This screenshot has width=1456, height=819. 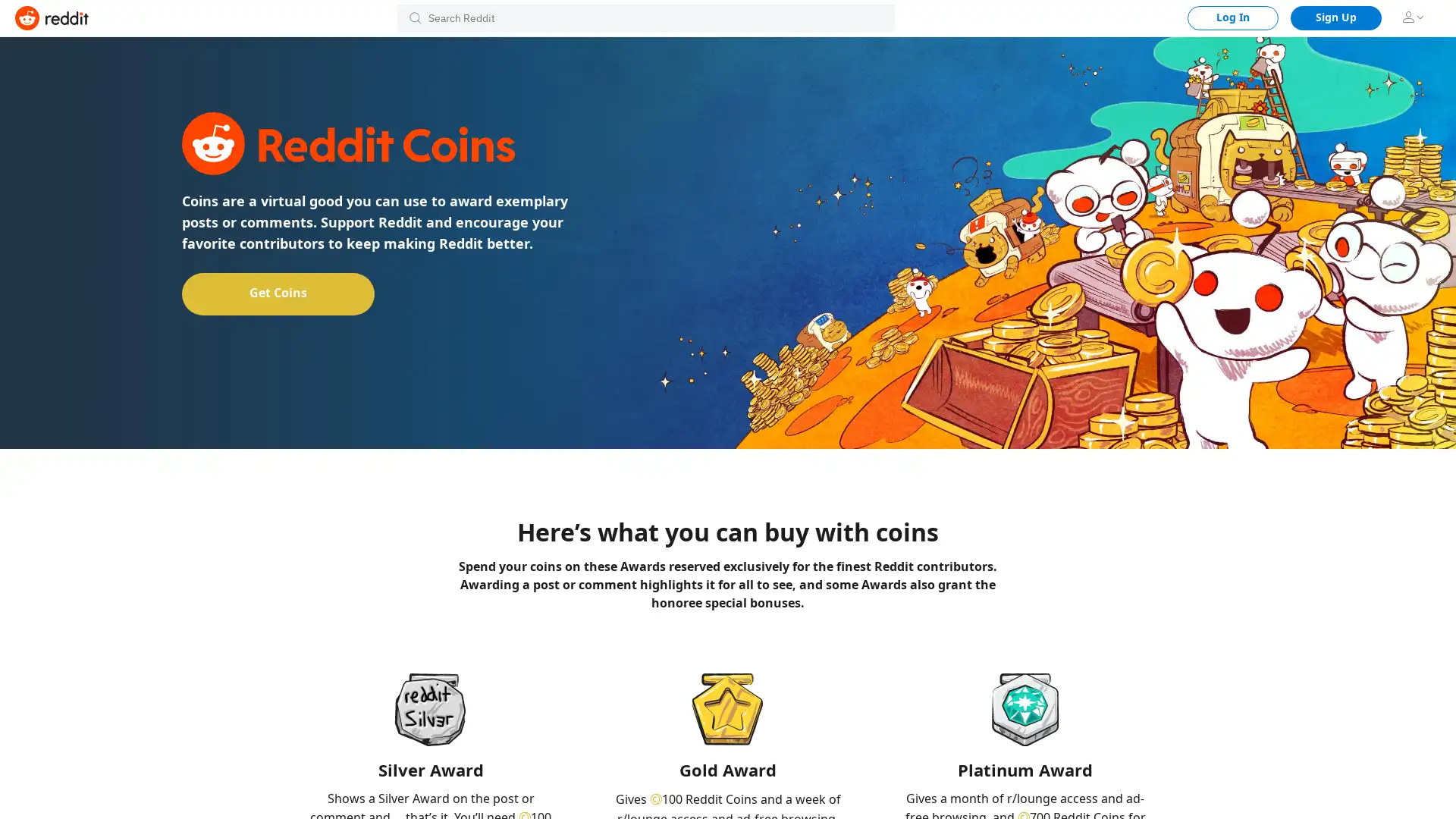 What do you see at coordinates (1233, 17) in the screenshot?
I see `Log In` at bounding box center [1233, 17].